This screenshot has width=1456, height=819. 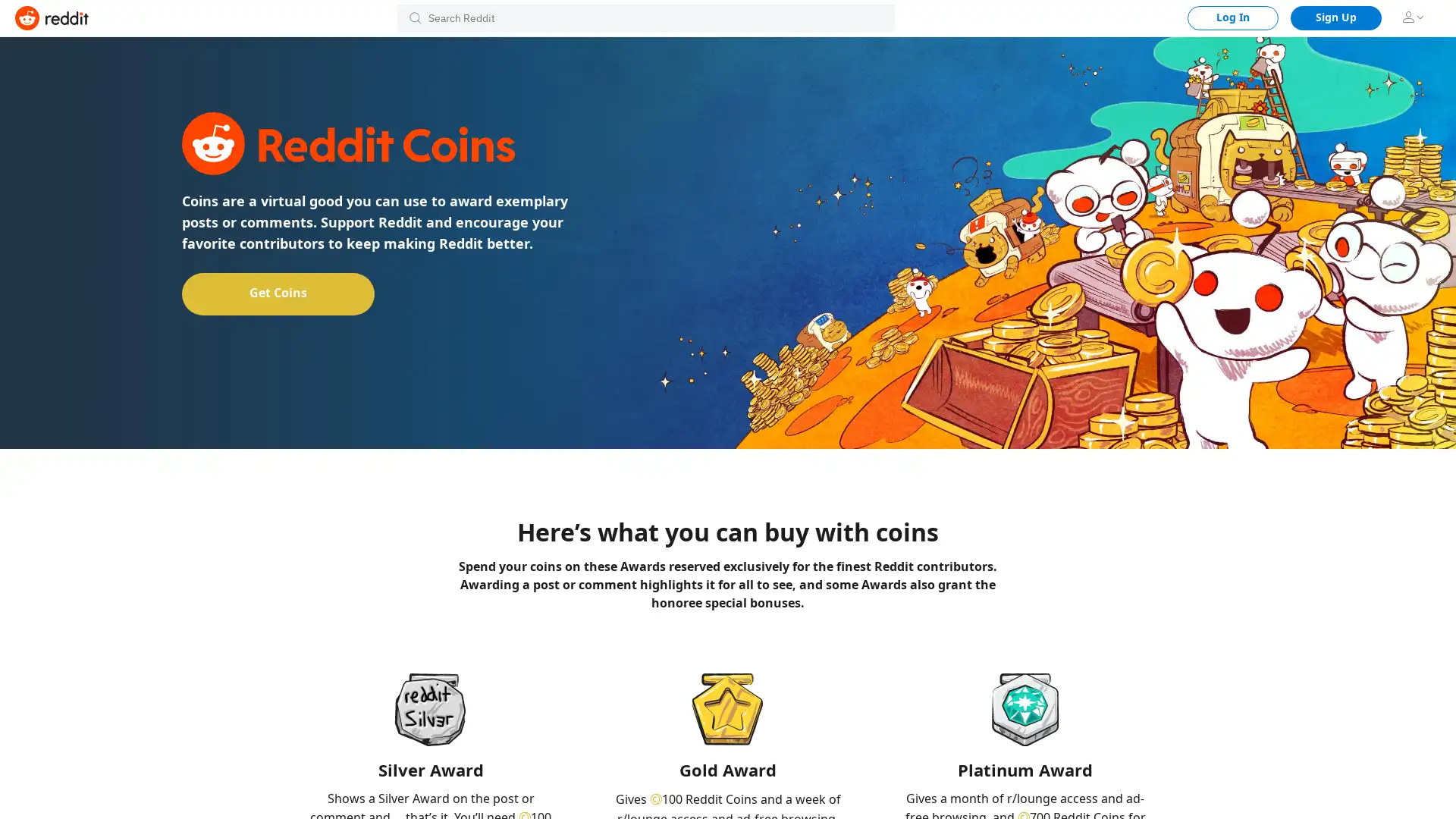 What do you see at coordinates (1233, 17) in the screenshot?
I see `Log In` at bounding box center [1233, 17].